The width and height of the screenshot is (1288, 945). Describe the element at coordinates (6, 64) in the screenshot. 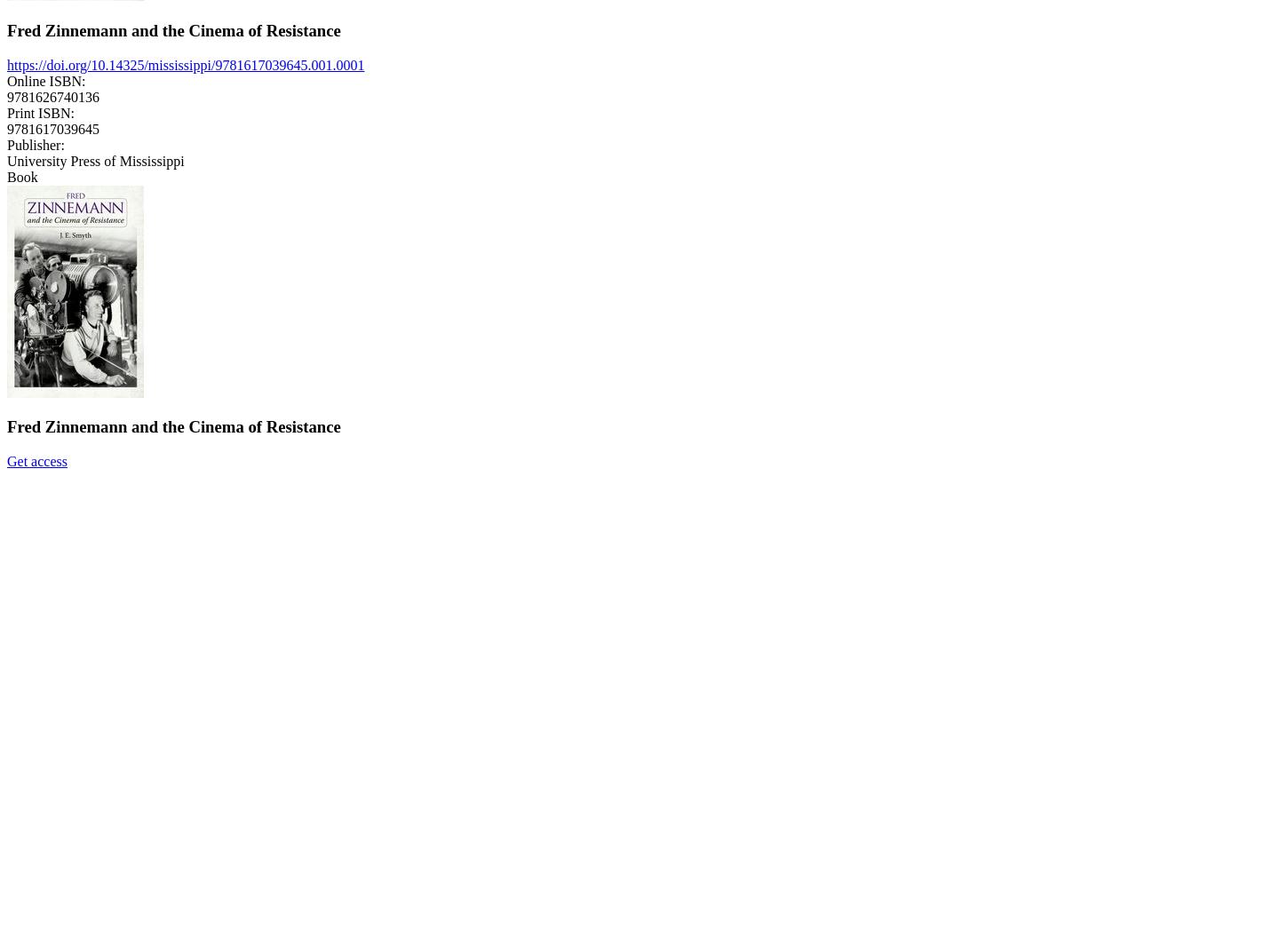

I see `'https://doi.org/10.14325/mississippi/9781617039645.001.0001'` at that location.